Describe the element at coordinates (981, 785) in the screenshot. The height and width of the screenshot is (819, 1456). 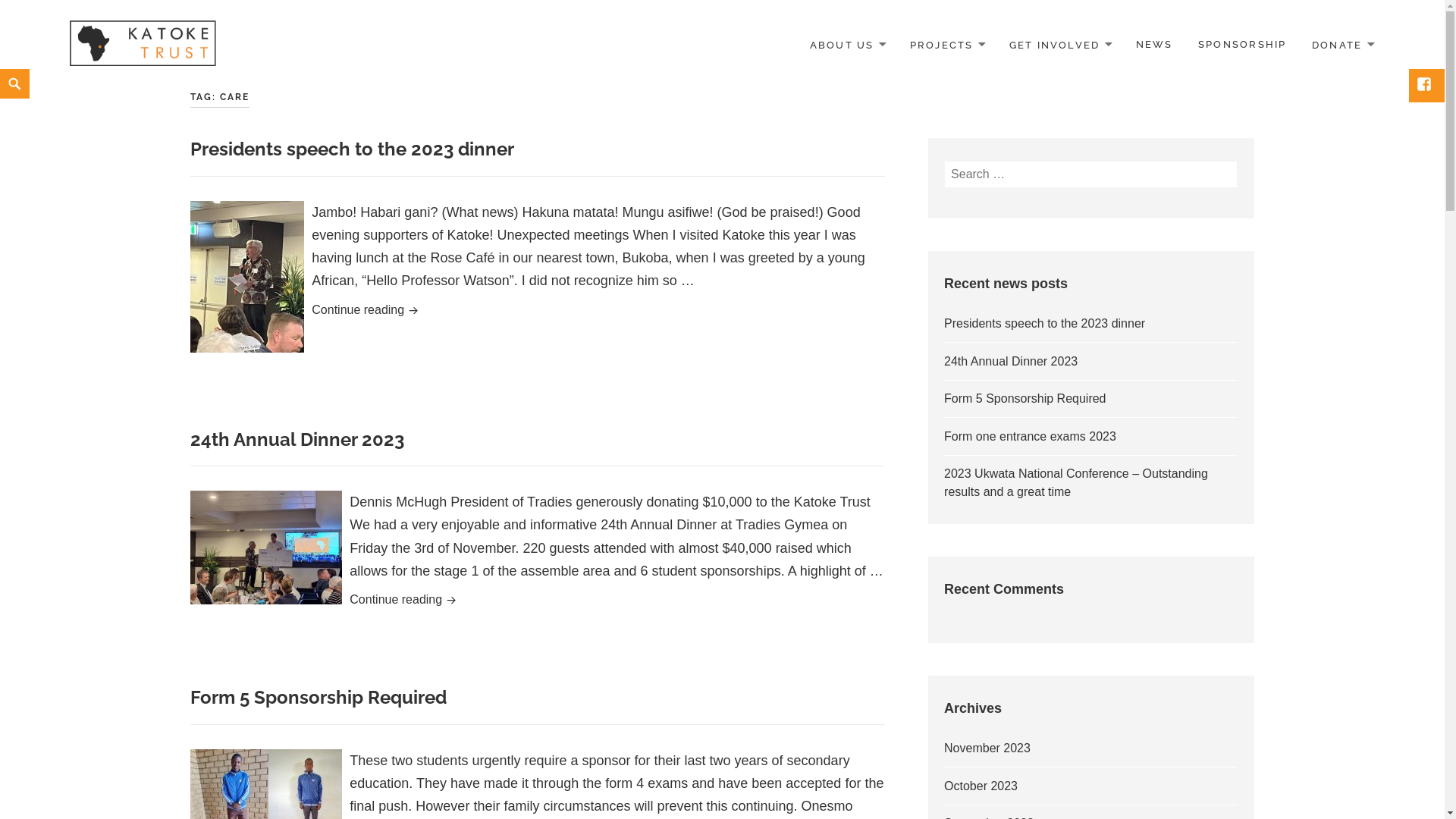
I see `'October 2023'` at that location.